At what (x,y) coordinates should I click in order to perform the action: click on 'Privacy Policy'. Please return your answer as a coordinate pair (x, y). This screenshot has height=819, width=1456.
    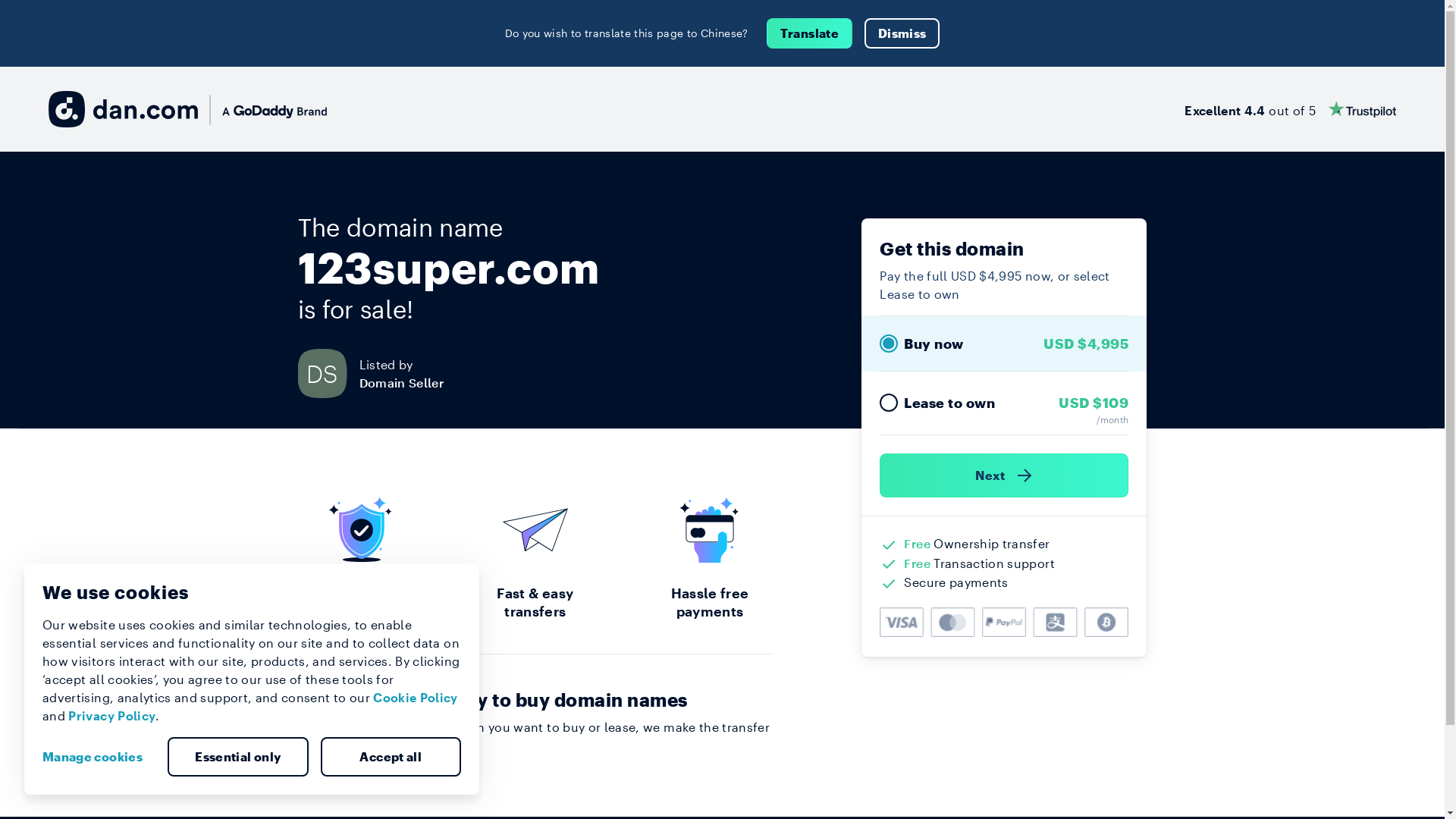
    Looking at the image, I should click on (111, 715).